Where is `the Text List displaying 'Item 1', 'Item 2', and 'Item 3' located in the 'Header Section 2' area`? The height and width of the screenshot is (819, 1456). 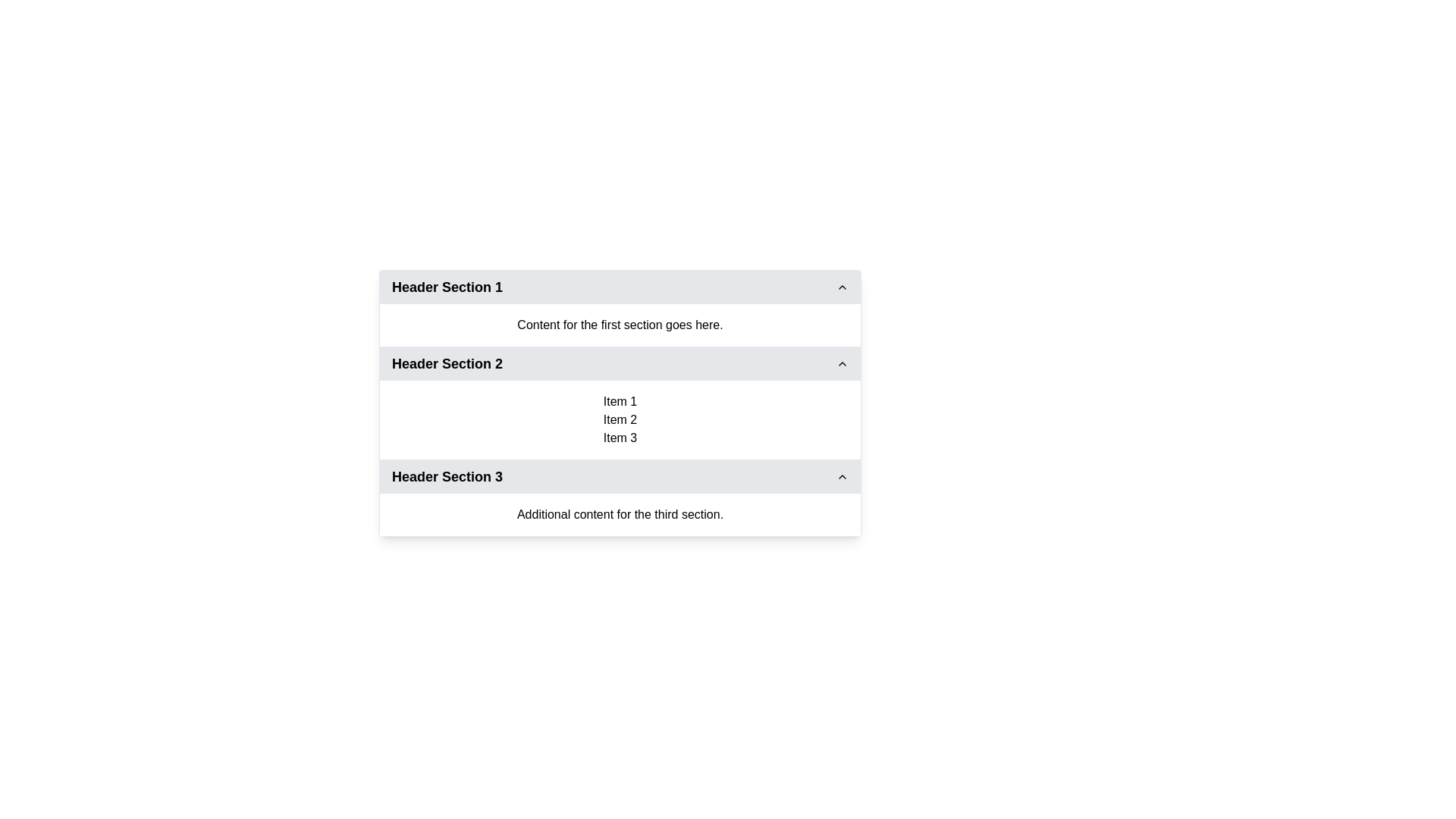 the Text List displaying 'Item 1', 'Item 2', and 'Item 3' located in the 'Header Section 2' area is located at coordinates (620, 420).